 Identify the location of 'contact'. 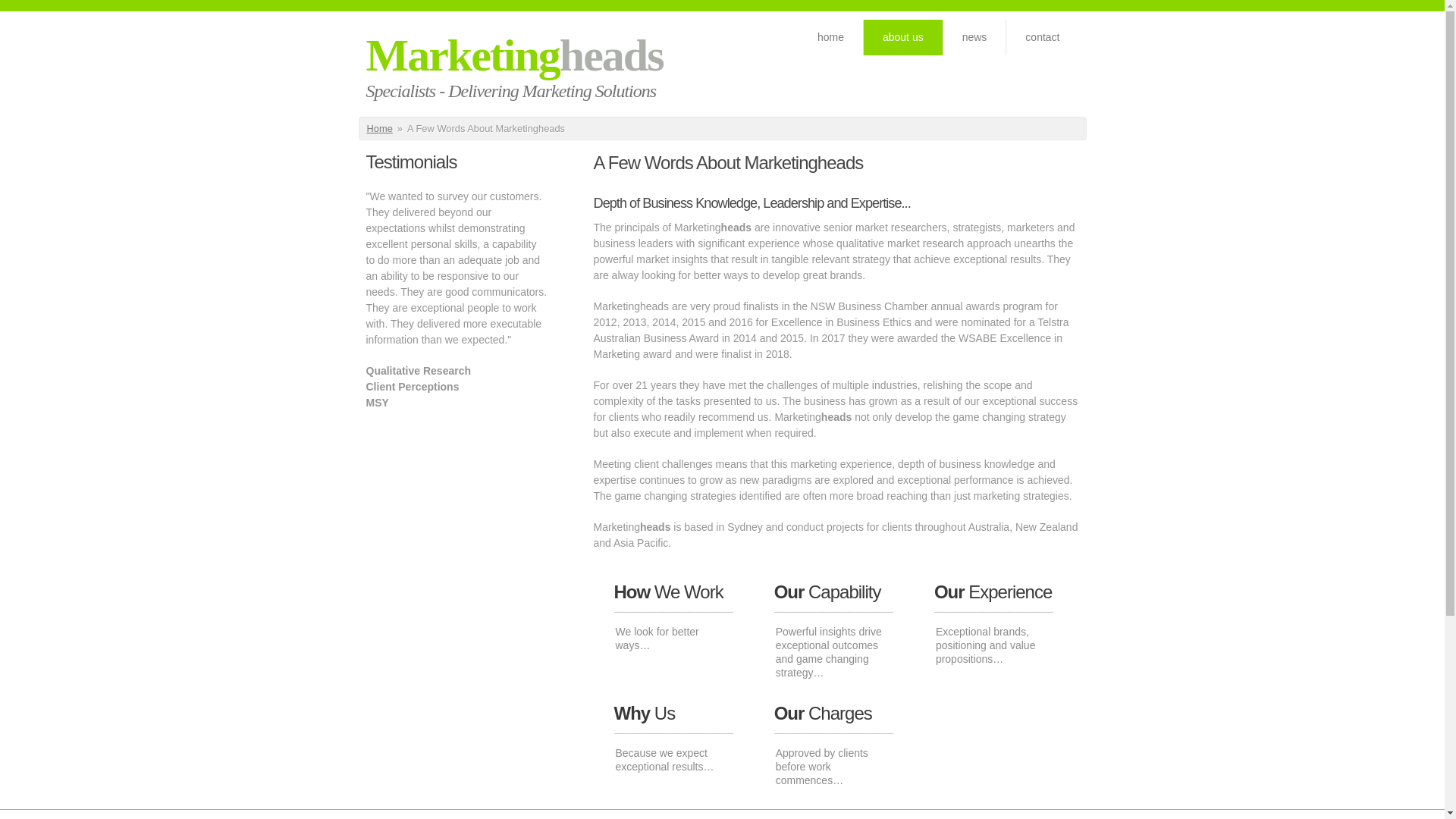
(1006, 36).